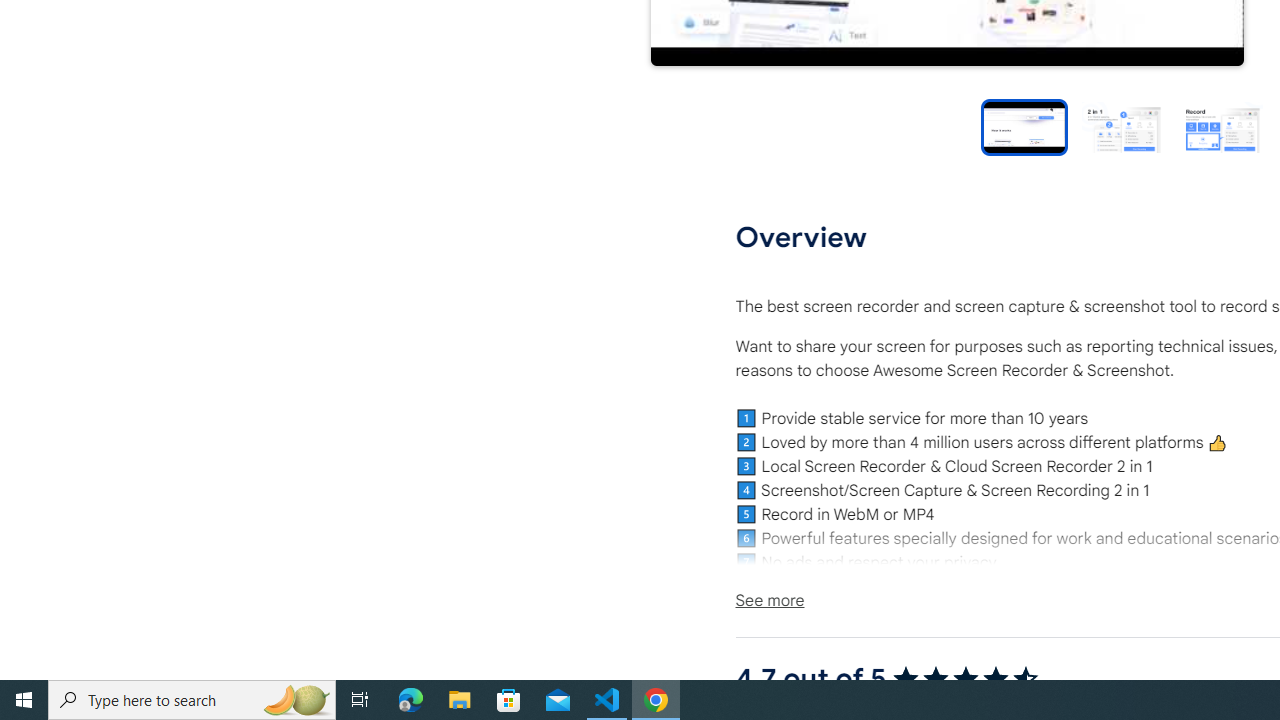  I want to click on 'Preview slide 3', so click(1221, 126).